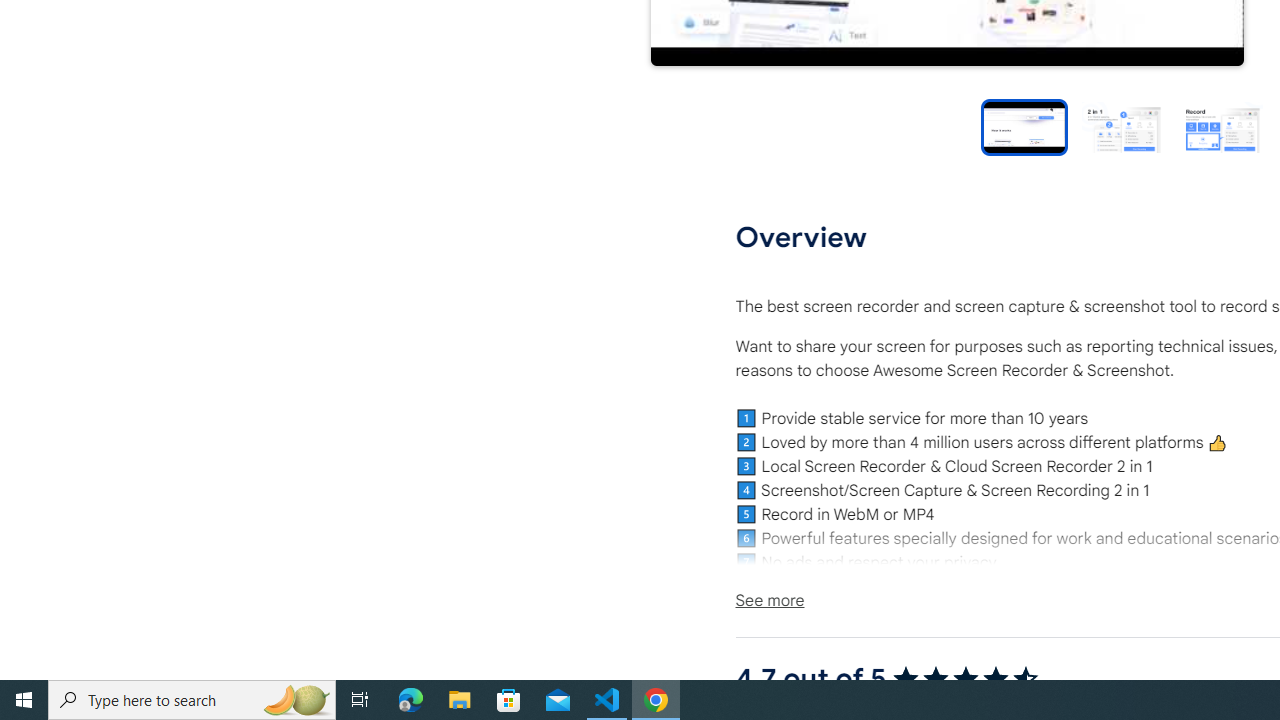  I want to click on 'Preview slide 3', so click(1221, 126).